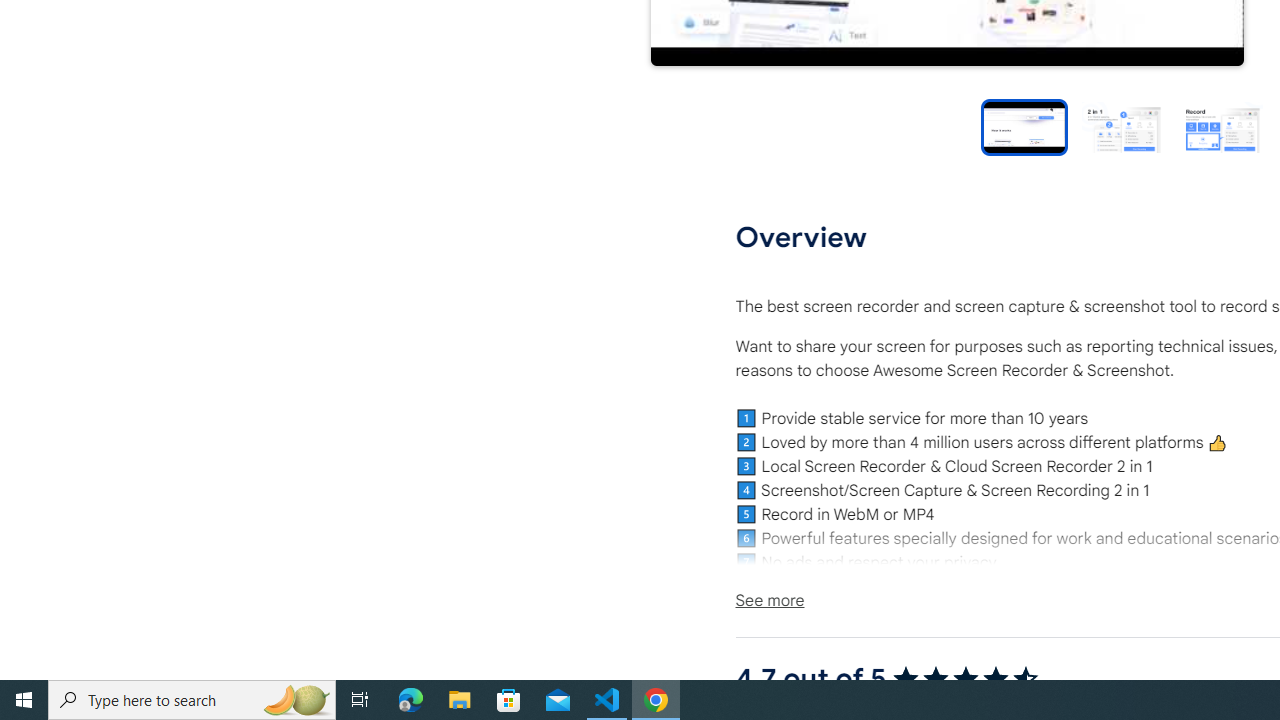  I want to click on 'Preview slide 3', so click(1221, 126).